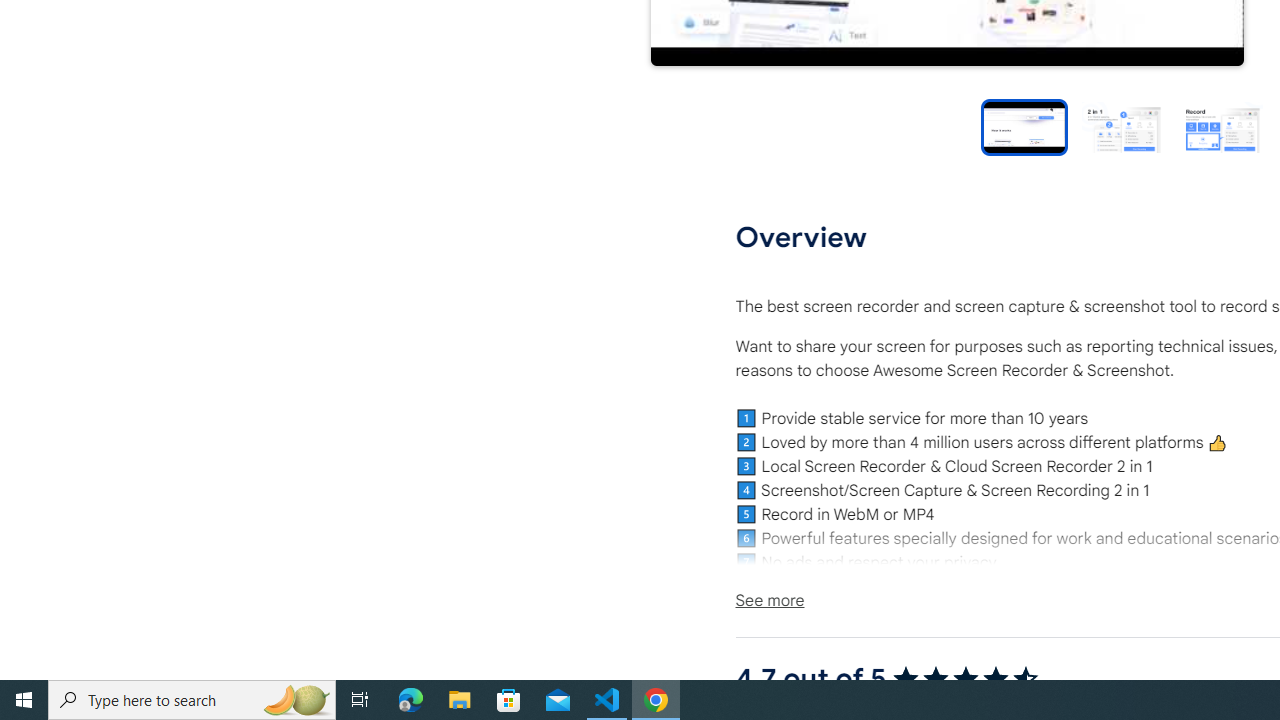  I want to click on 'Preview slide 3', so click(1221, 126).